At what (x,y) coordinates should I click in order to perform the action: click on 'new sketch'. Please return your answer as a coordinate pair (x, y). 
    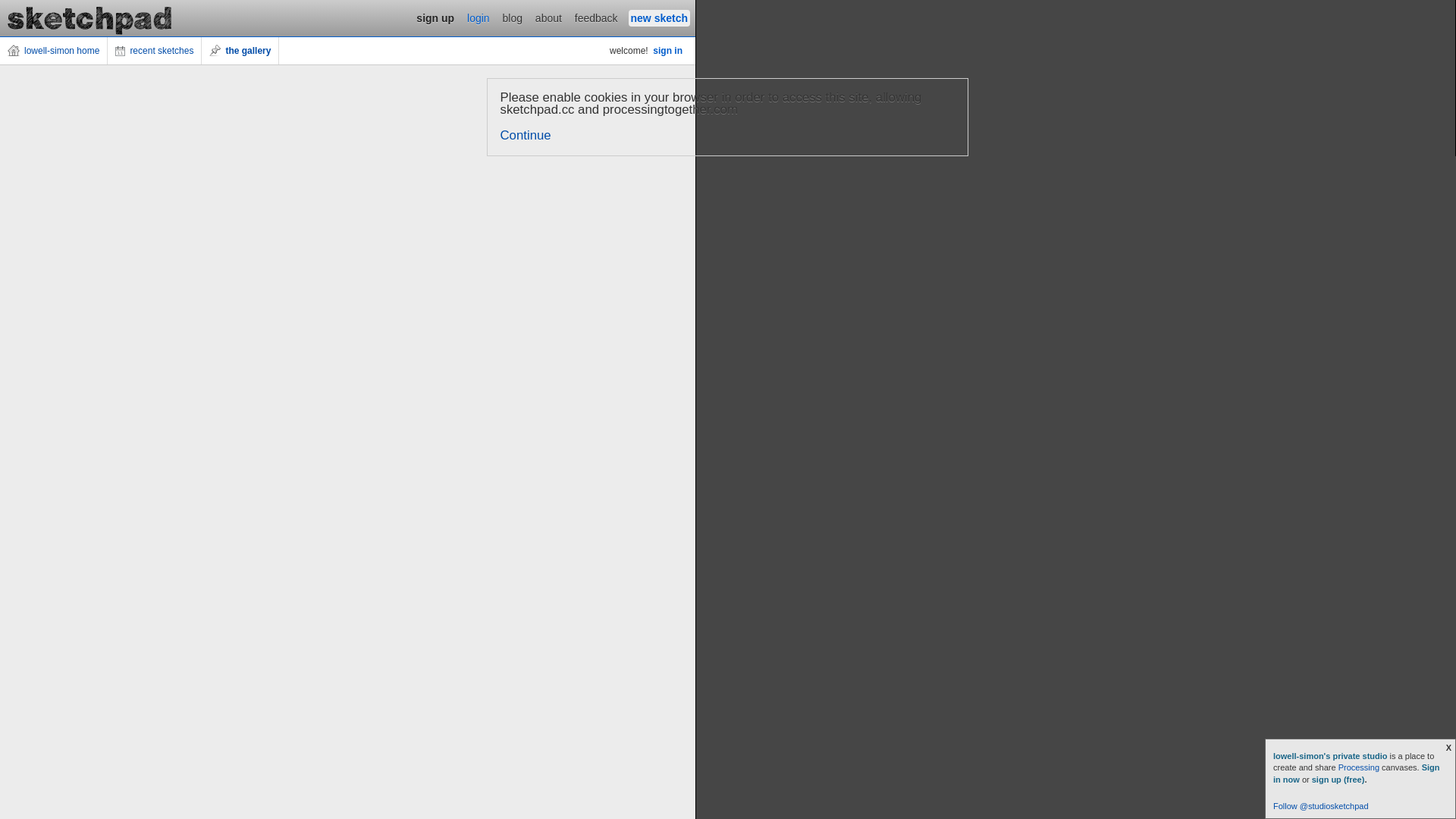
    Looking at the image, I should click on (659, 17).